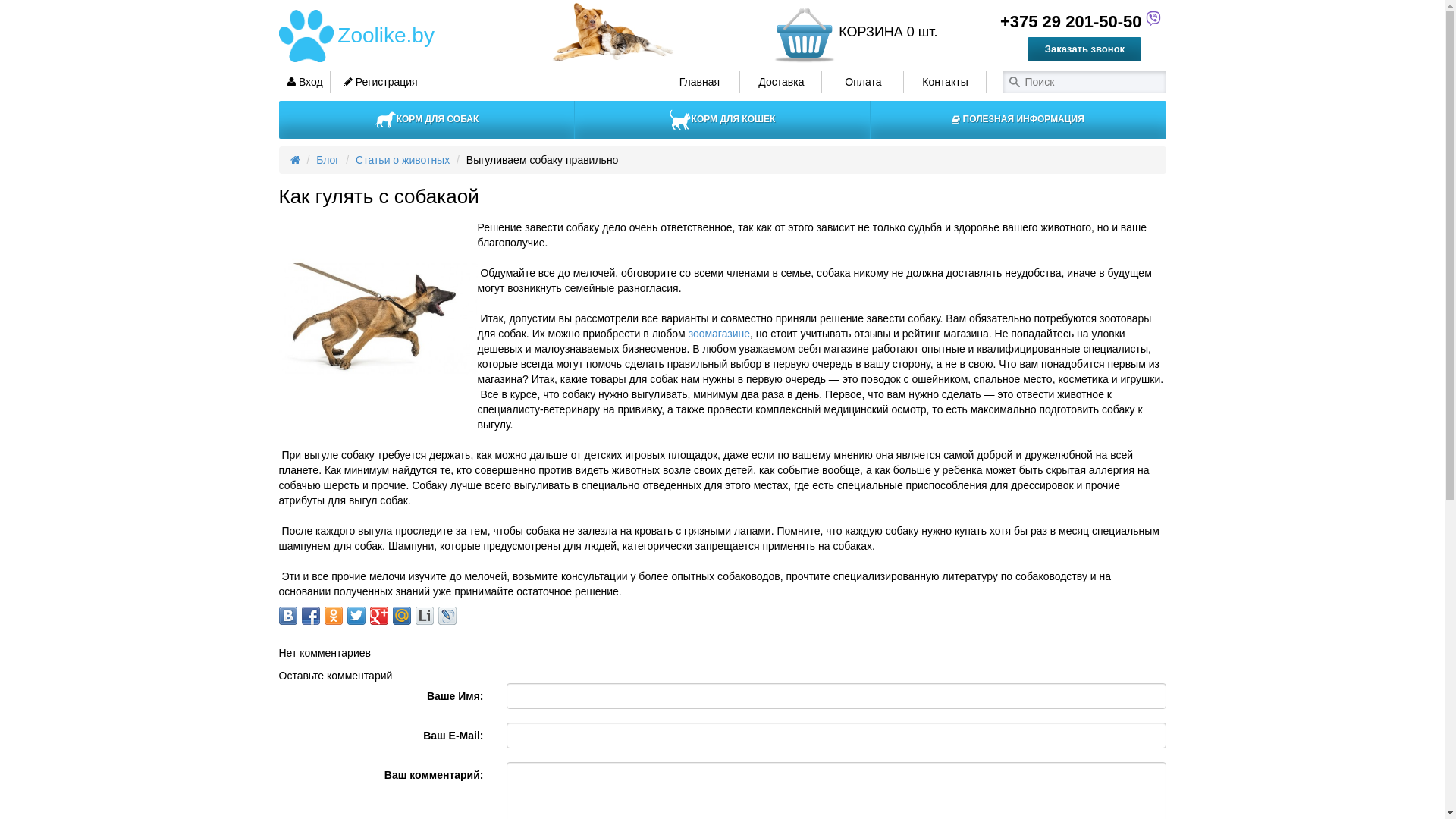  What do you see at coordinates (333, 34) in the screenshot?
I see `'Zoolike.by'` at bounding box center [333, 34].